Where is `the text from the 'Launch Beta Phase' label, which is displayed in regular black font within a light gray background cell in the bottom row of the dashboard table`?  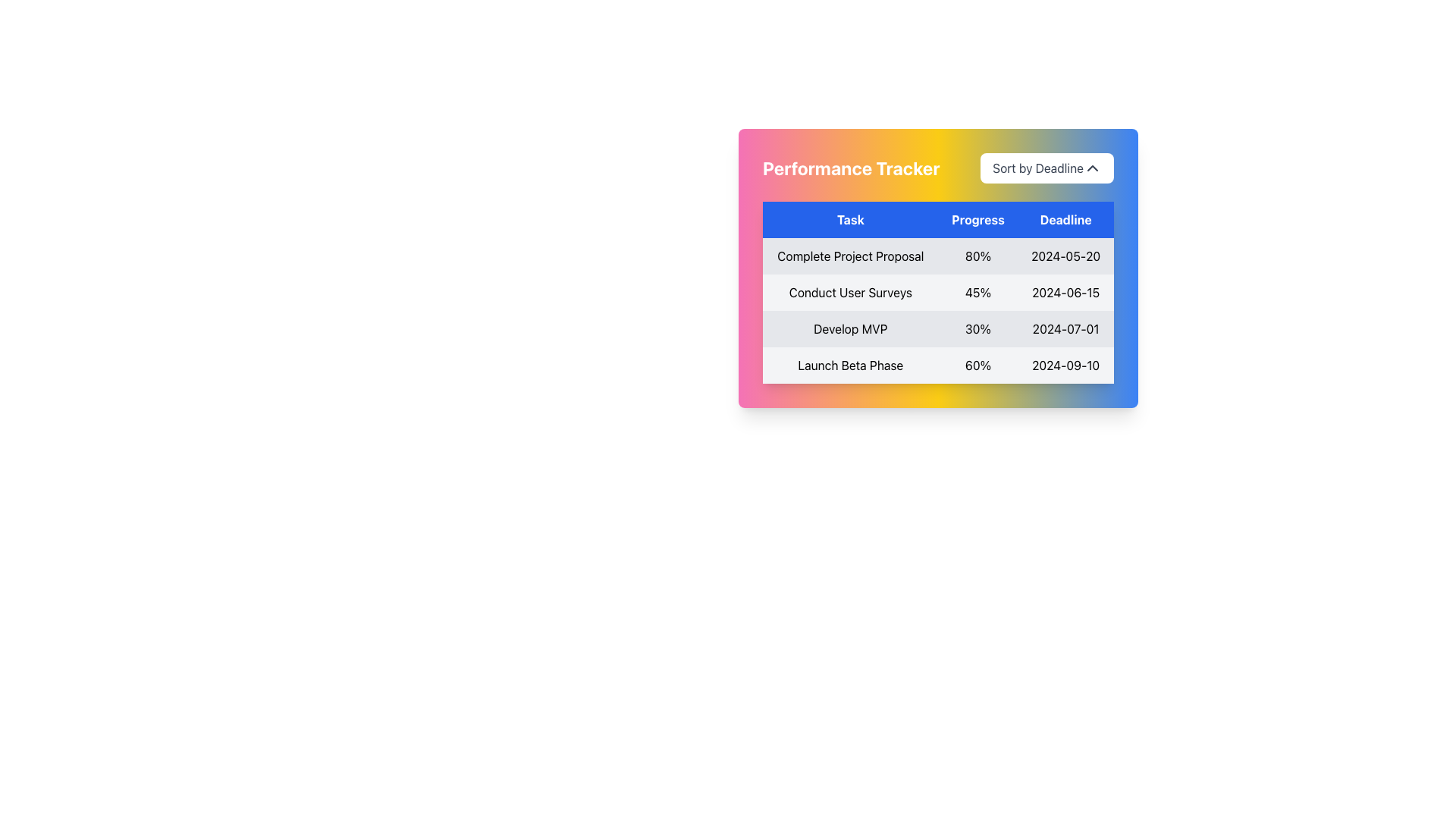
the text from the 'Launch Beta Phase' label, which is displayed in regular black font within a light gray background cell in the bottom row of the dashboard table is located at coordinates (850, 366).